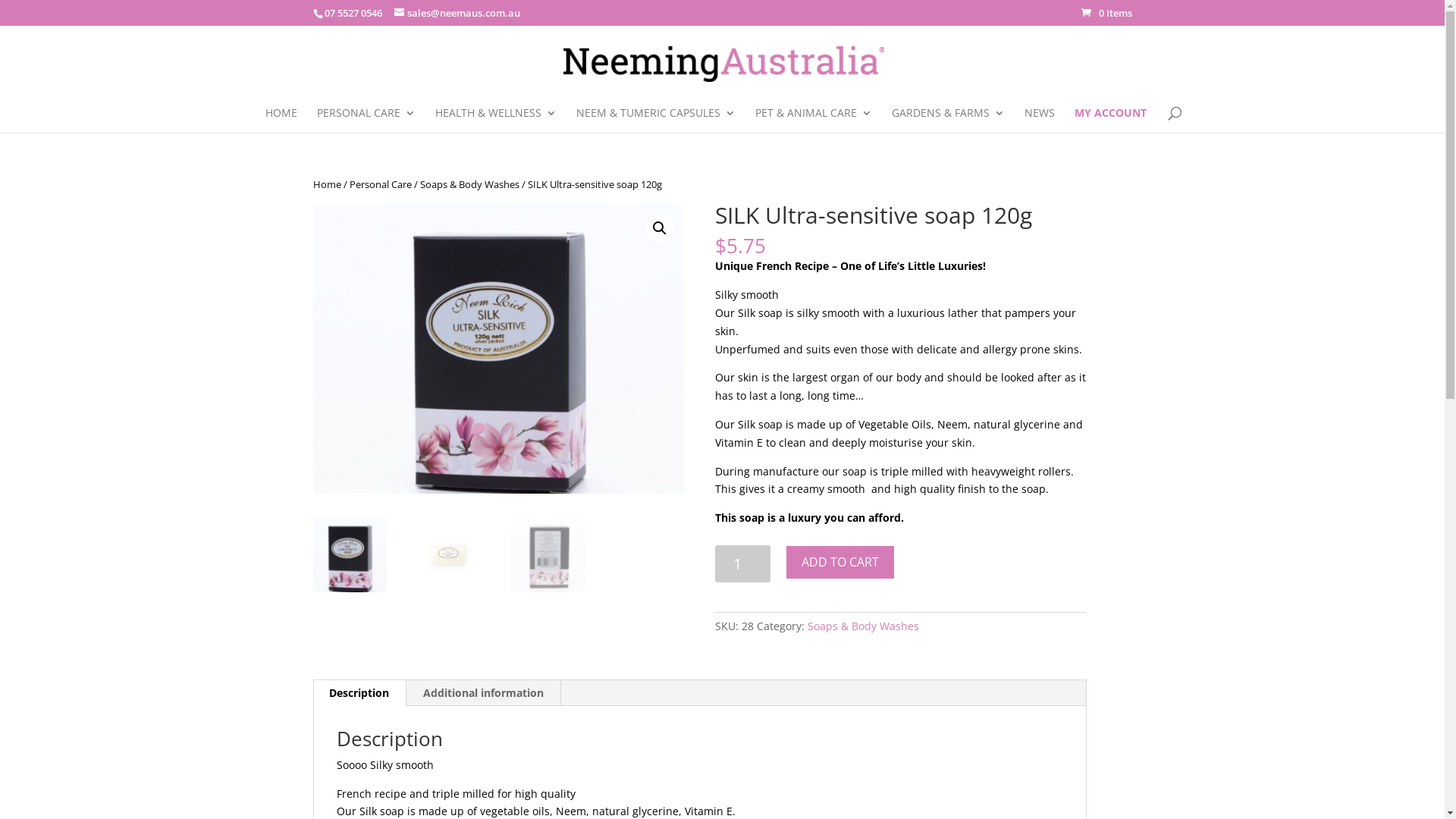  Describe the element at coordinates (813, 119) in the screenshot. I see `'PET & ANIMAL CARE'` at that location.